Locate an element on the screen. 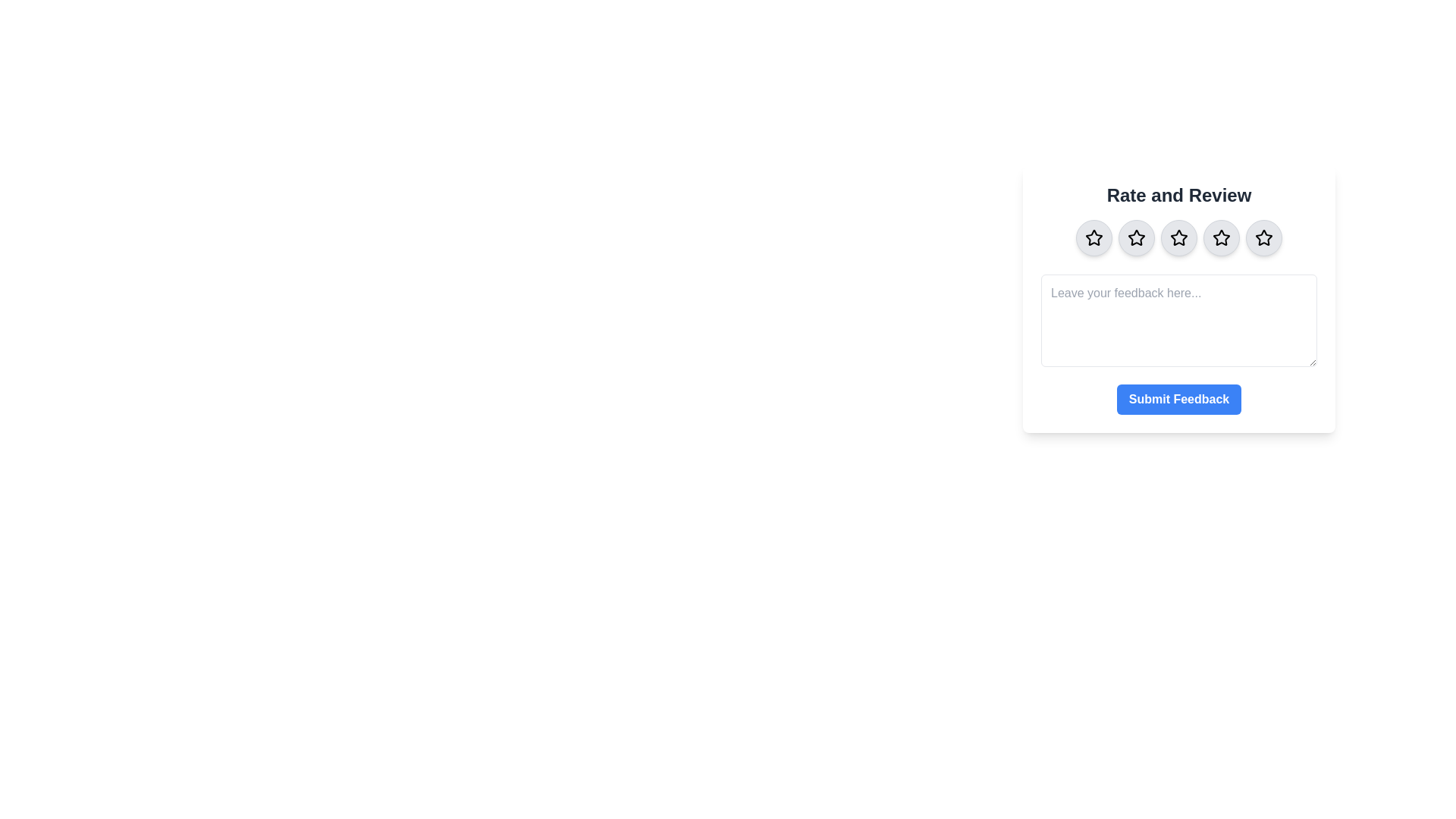 The height and width of the screenshot is (819, 1456). the 'Rate and Review' heading, which is a bold, large, dark gray text located at the top of a card-like component with rounded corners is located at coordinates (1178, 195).